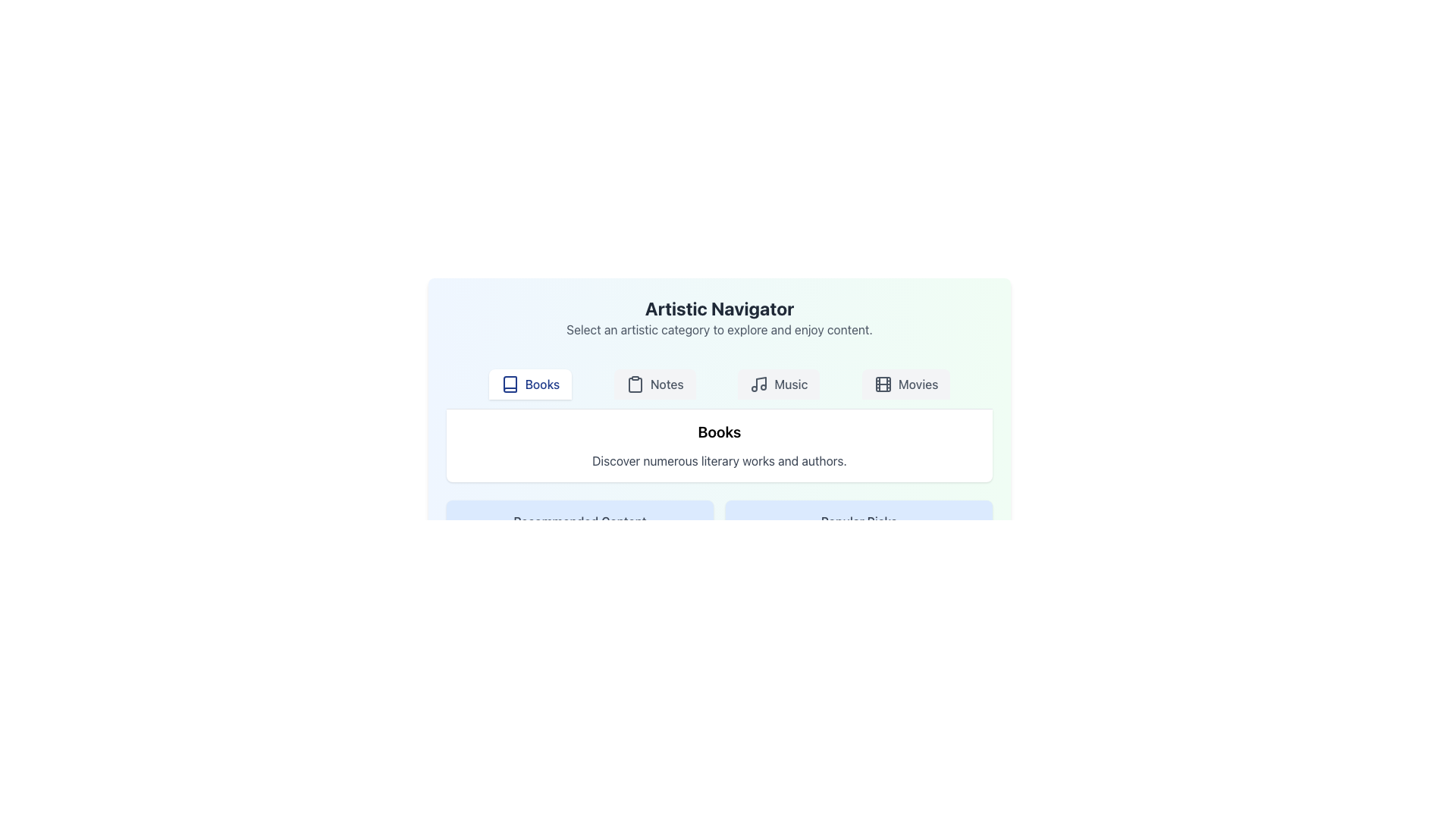  What do you see at coordinates (759, 383) in the screenshot?
I see `the musical note icon in the segmented menu labeled 'Music', located between 'Notes' and 'Movies'` at bounding box center [759, 383].